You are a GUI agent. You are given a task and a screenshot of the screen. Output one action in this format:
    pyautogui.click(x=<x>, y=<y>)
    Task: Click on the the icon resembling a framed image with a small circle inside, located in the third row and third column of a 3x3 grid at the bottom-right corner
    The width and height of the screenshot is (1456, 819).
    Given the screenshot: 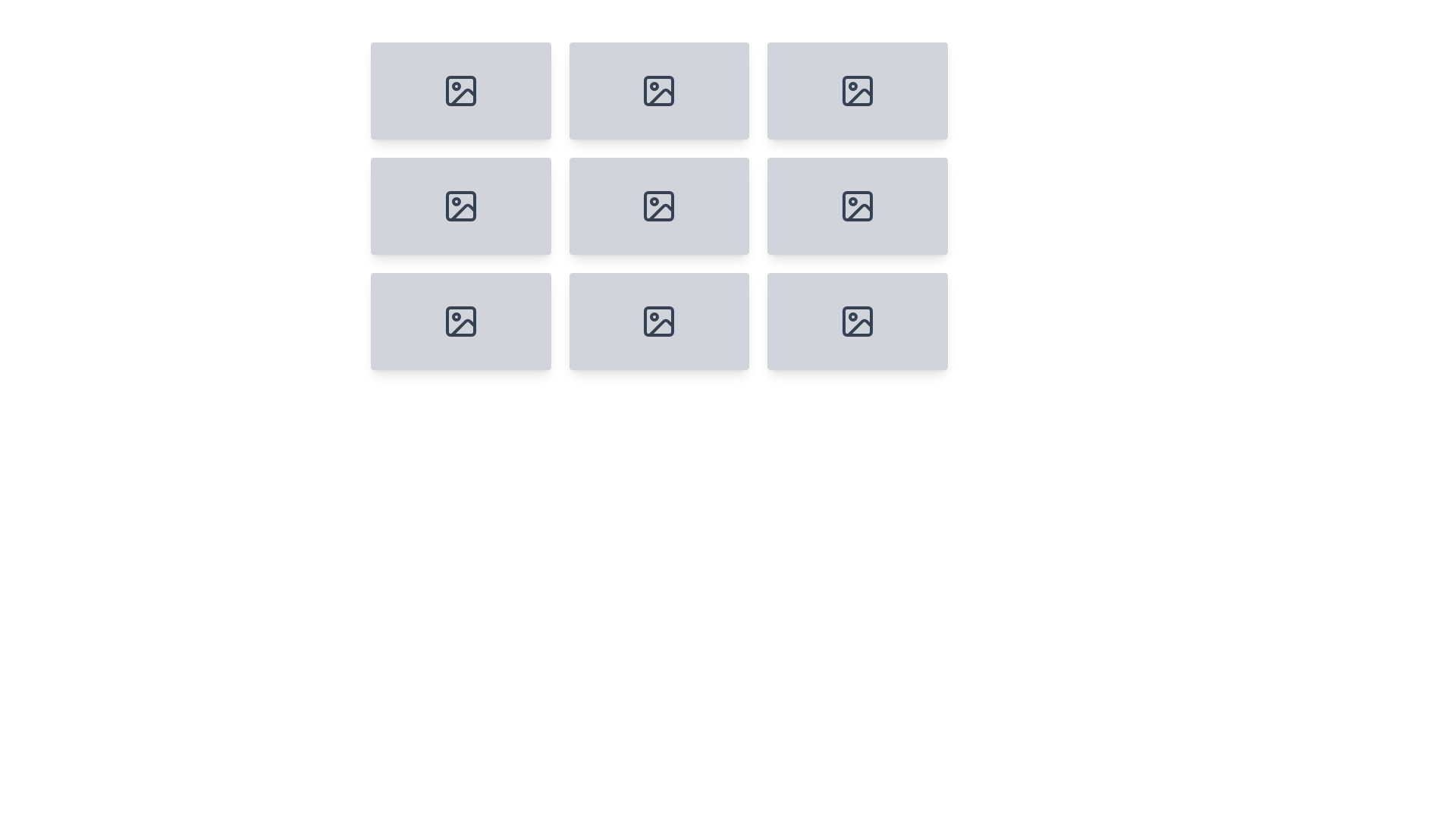 What is the action you would take?
    pyautogui.click(x=858, y=321)
    